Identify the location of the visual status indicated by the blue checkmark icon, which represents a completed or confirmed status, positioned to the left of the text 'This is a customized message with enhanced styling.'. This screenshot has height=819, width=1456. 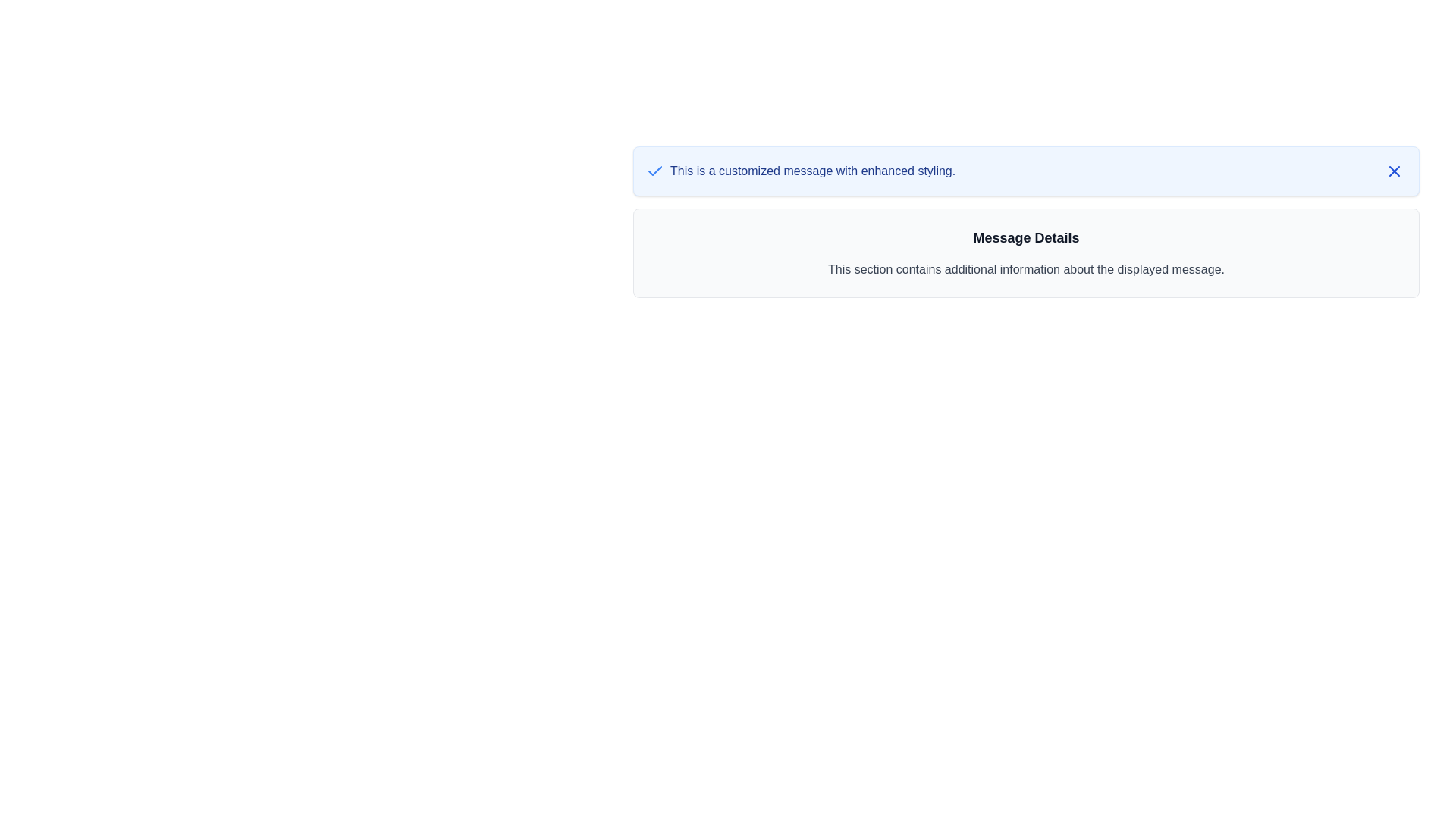
(655, 171).